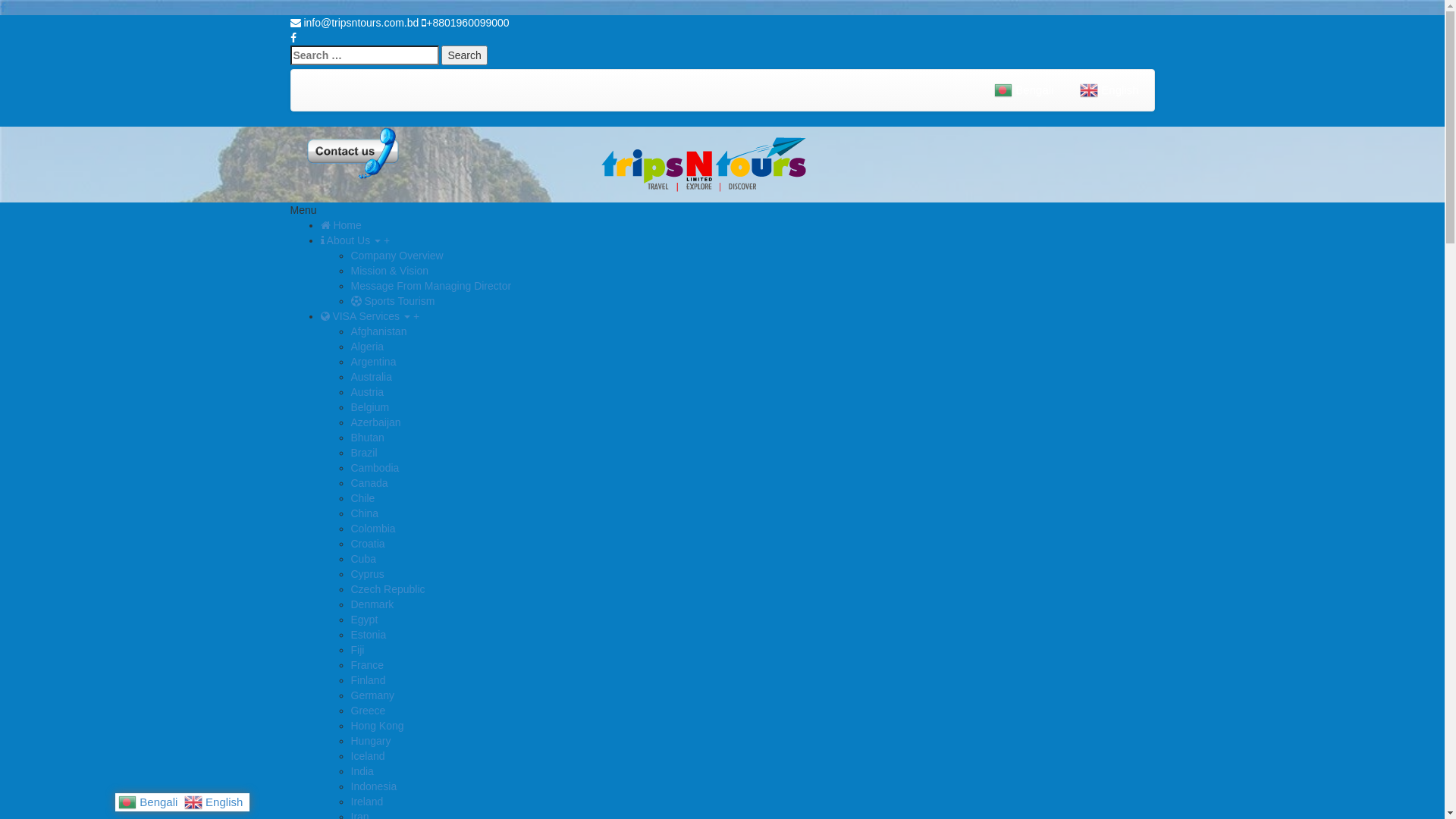 The image size is (1456, 819). Describe the element at coordinates (349, 695) in the screenshot. I see `'Germany'` at that location.